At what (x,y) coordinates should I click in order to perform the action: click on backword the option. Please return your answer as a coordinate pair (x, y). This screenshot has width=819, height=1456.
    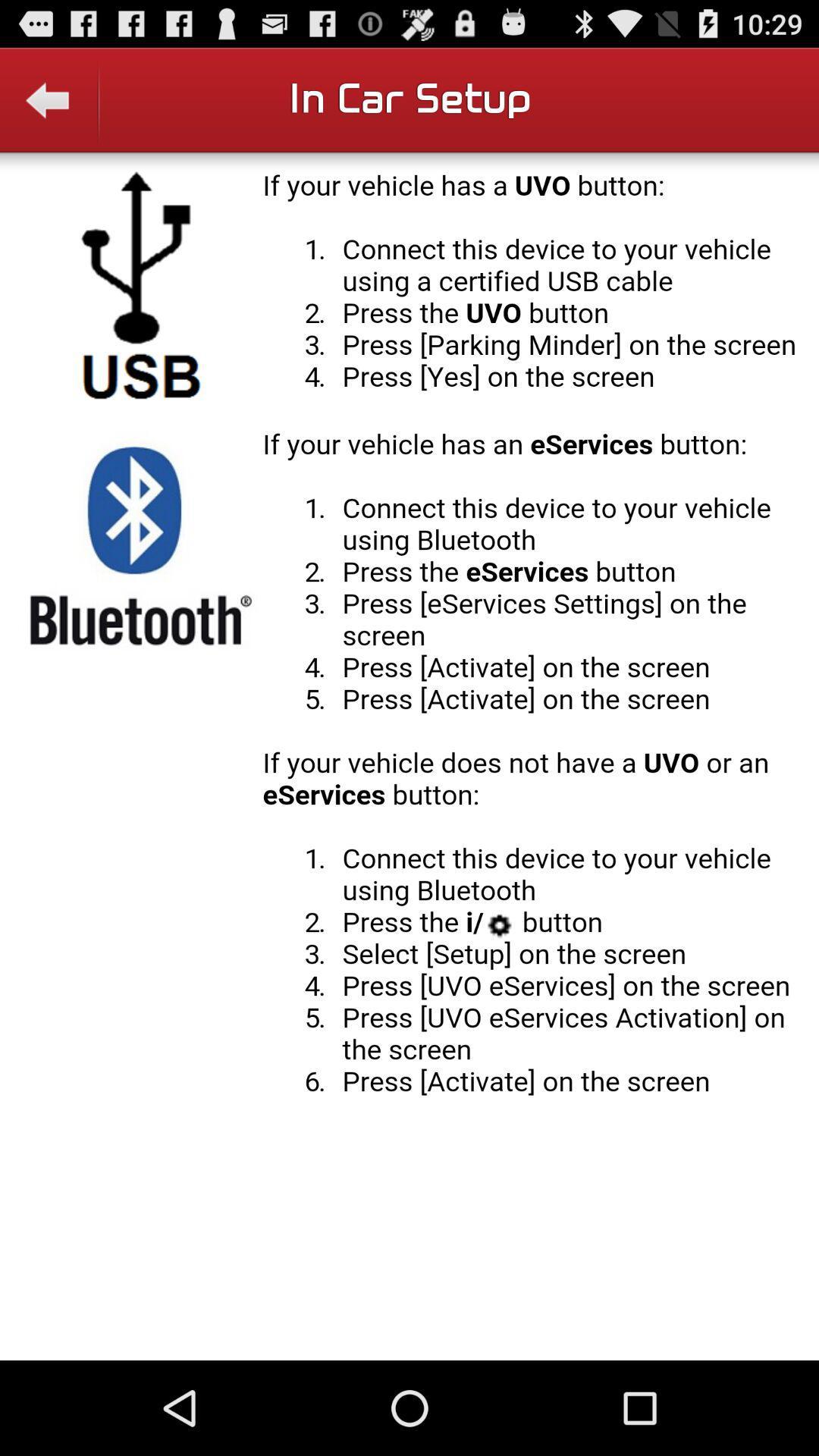
    Looking at the image, I should click on (49, 109).